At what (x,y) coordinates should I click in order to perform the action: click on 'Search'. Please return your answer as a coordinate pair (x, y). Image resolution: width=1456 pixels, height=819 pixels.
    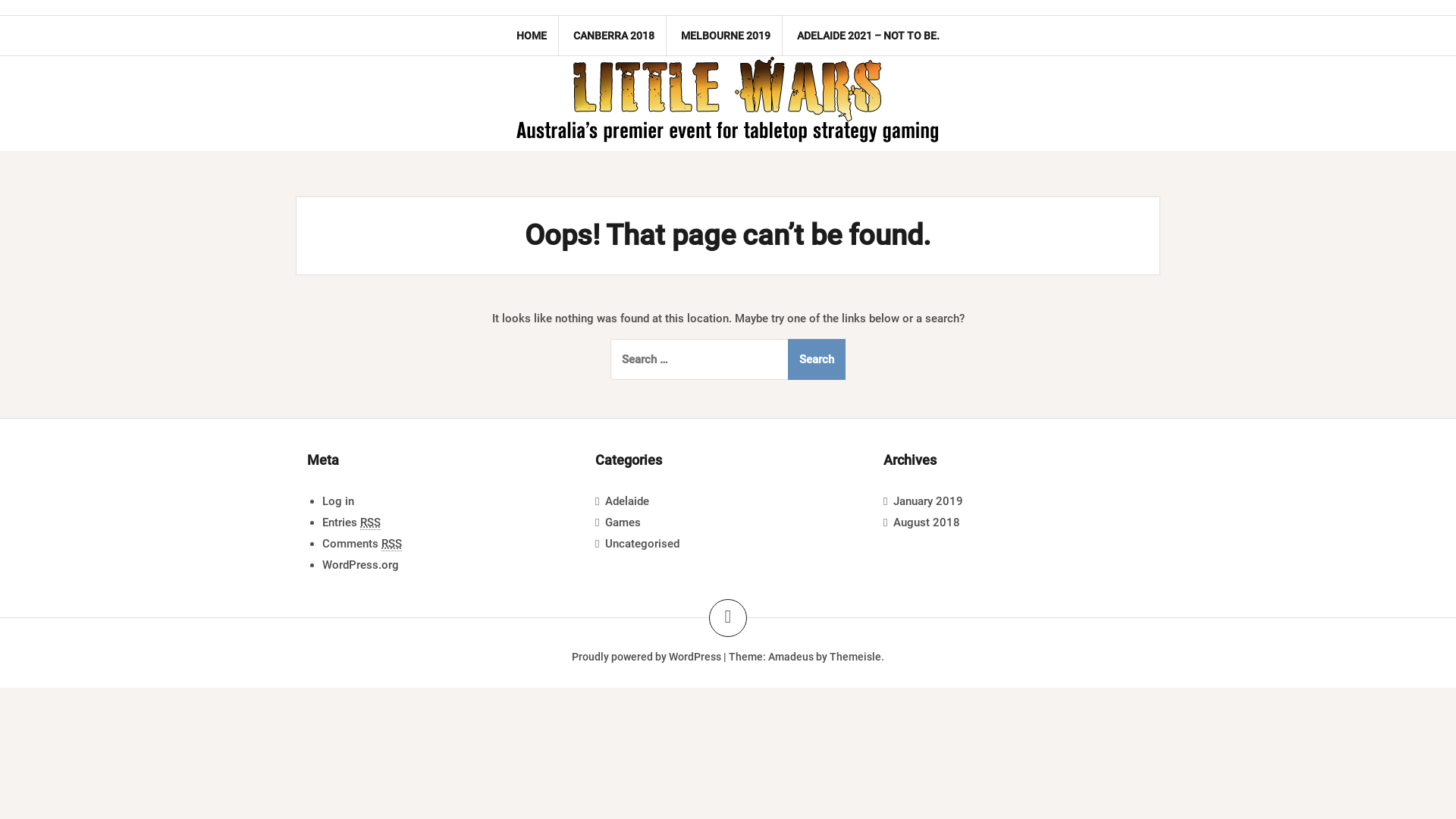
    Looking at the image, I should click on (815, 359).